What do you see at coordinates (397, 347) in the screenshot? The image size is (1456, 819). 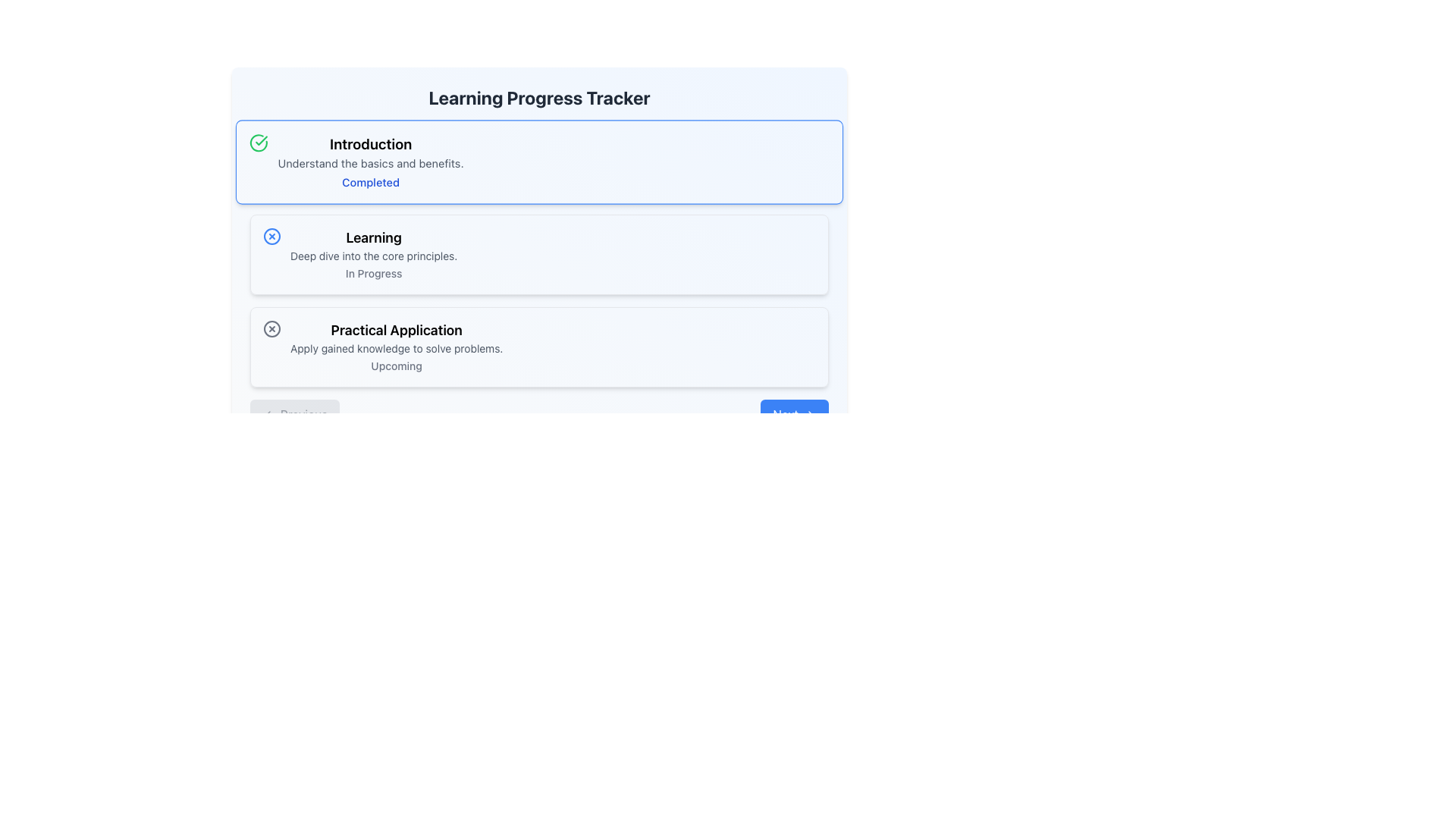 I see `information from the 'Practical Application' informational block within the 'Learning Progress Tracker' section, which indicates its status as 'Upcoming'` at bounding box center [397, 347].